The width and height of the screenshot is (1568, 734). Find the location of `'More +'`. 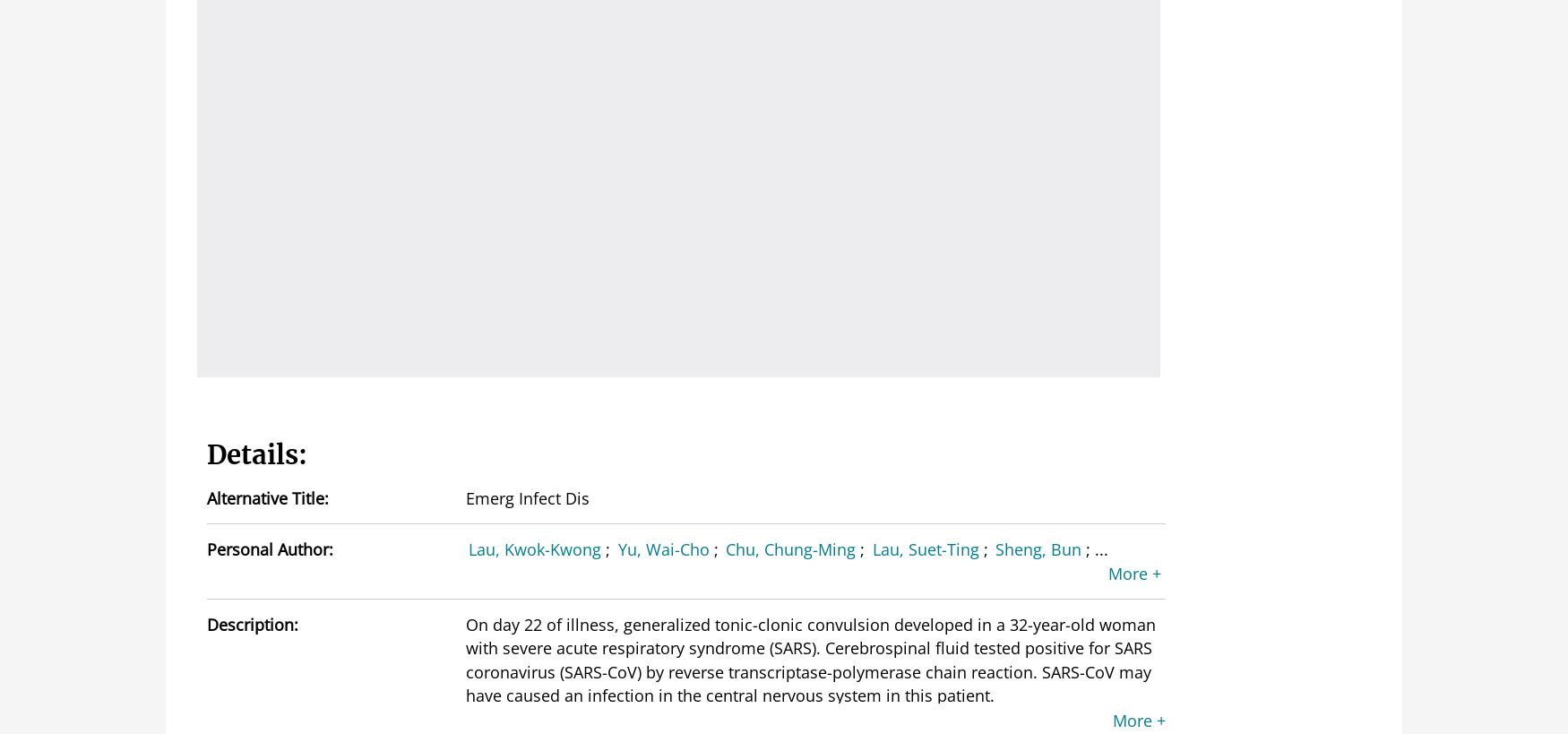

'More +' is located at coordinates (1133, 571).